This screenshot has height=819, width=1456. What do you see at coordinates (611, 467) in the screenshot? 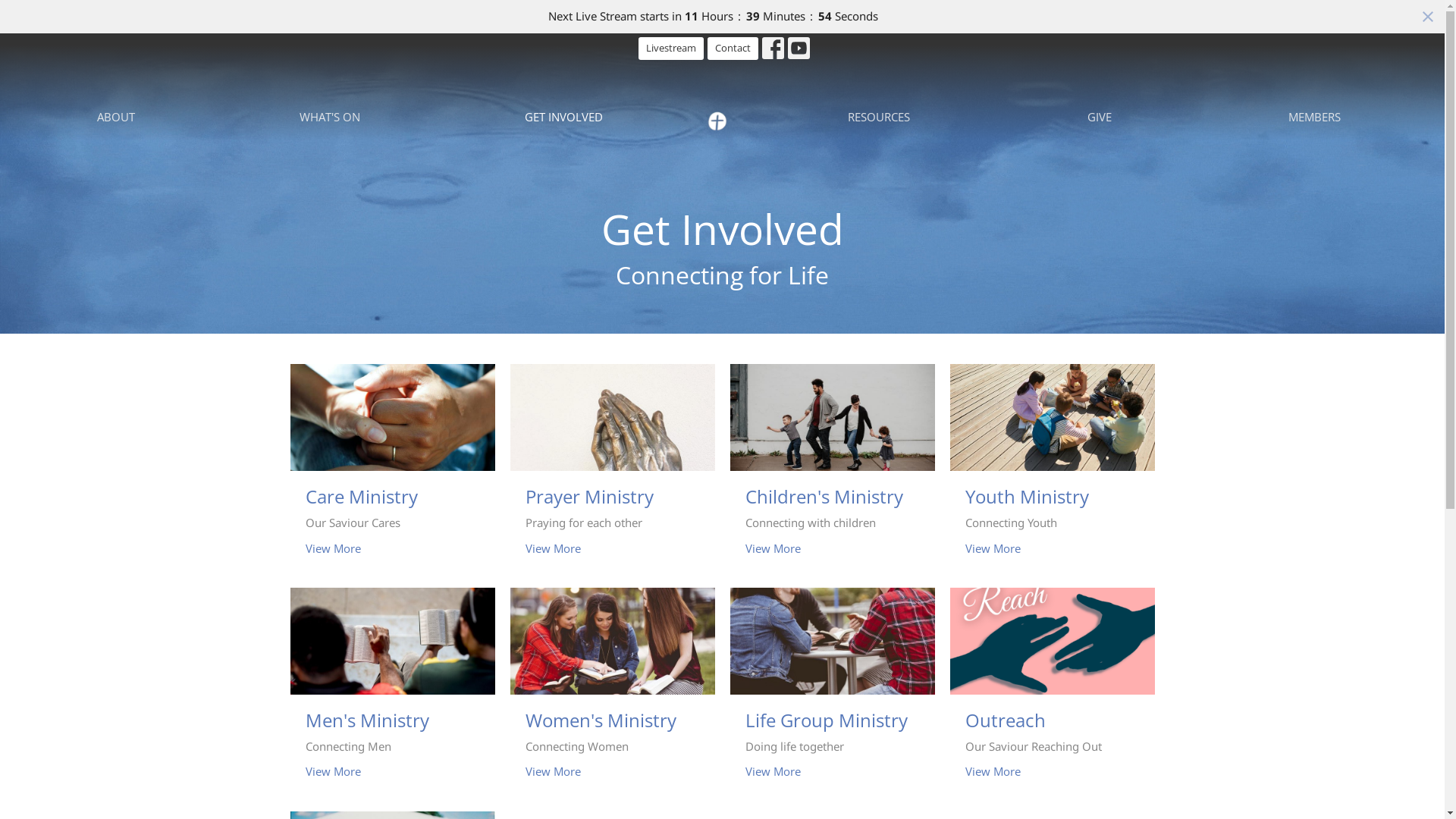
I see `'Prayer Ministry` at bounding box center [611, 467].